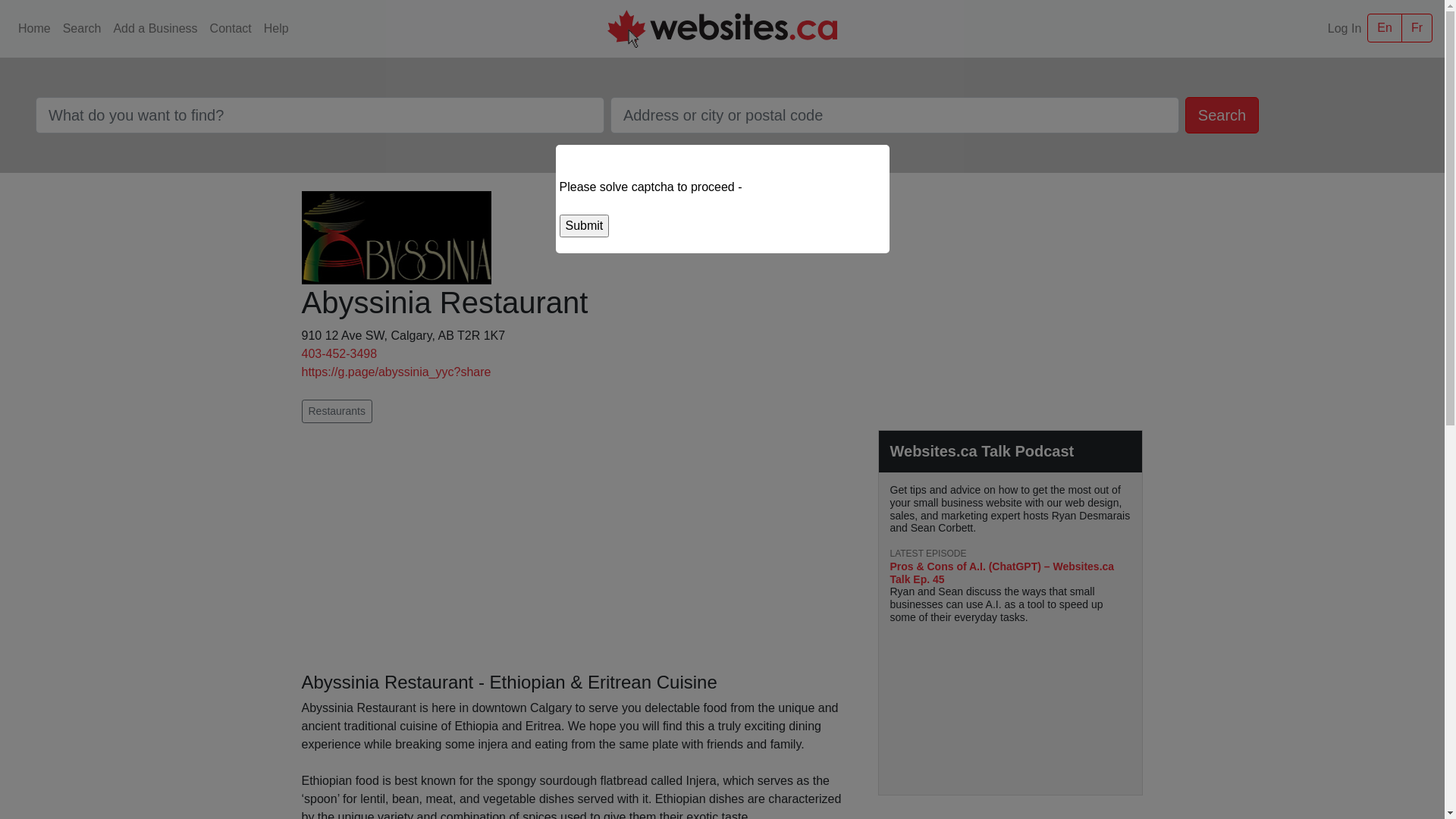 Image resolution: width=1456 pixels, height=819 pixels. I want to click on 'Websites.ca Talk Podcast', so click(982, 450).